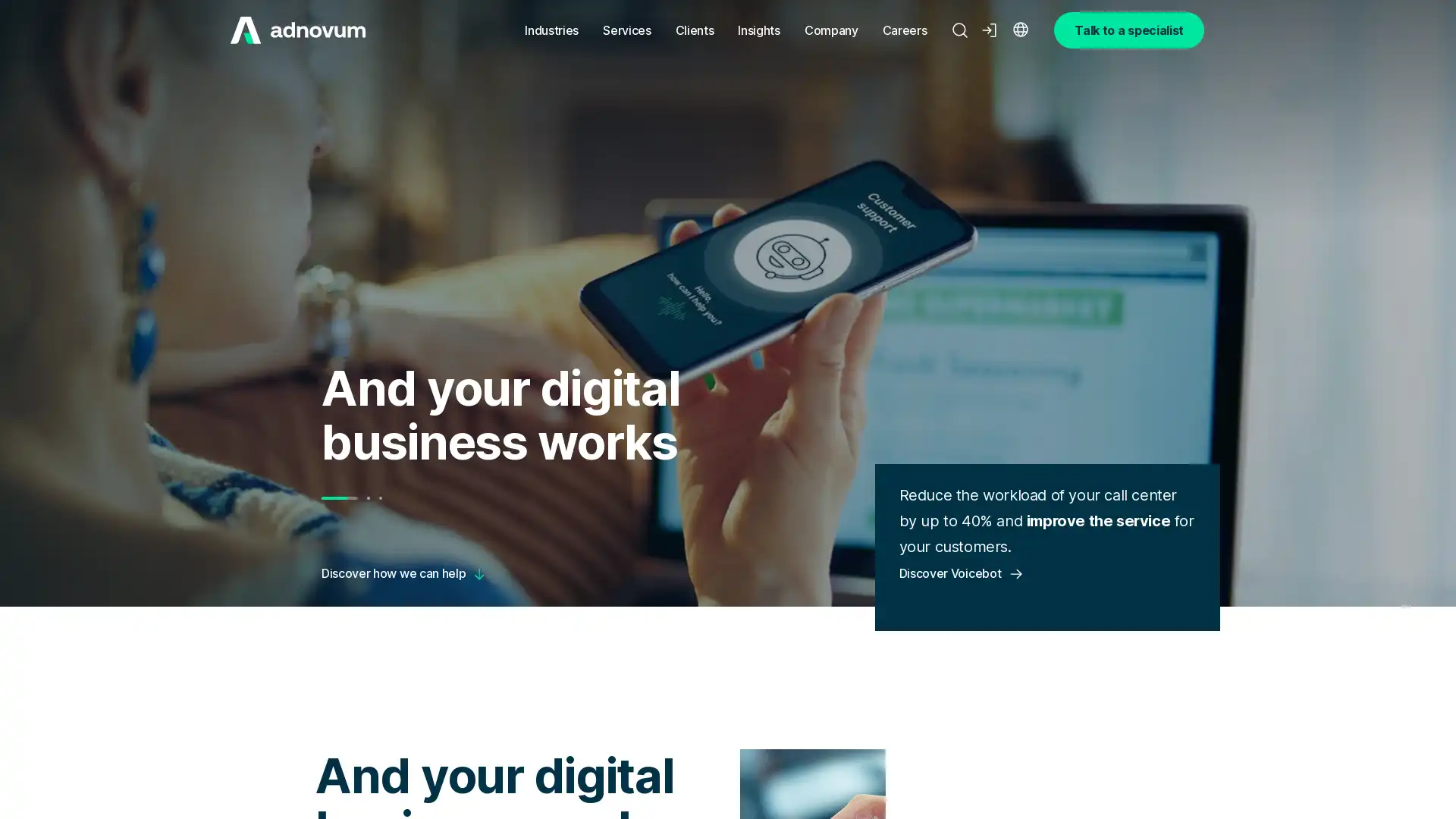  What do you see at coordinates (367, 497) in the screenshot?
I see `Go to slide 2` at bounding box center [367, 497].